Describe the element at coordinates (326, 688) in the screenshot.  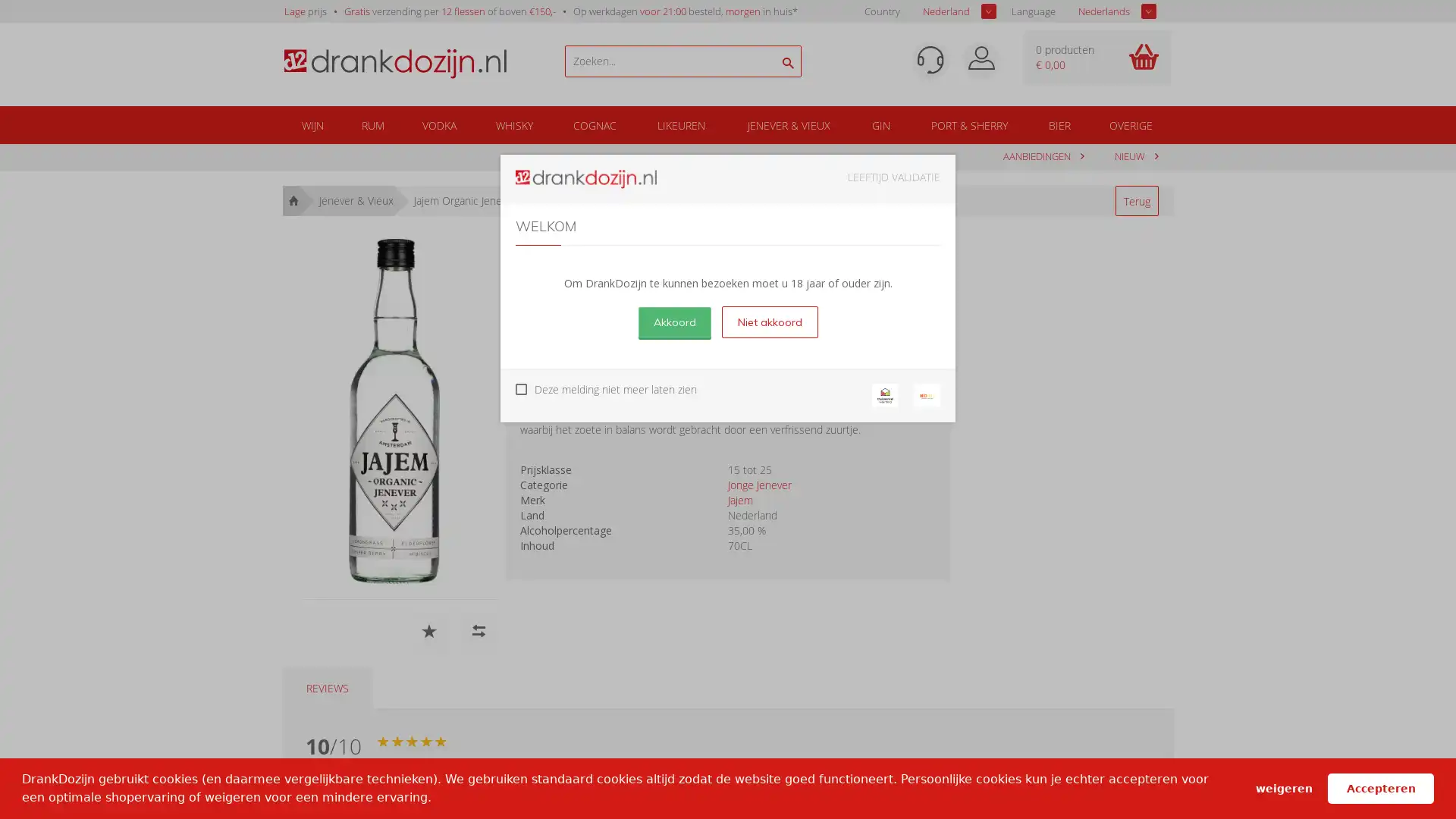
I see `REVIEWS` at that location.